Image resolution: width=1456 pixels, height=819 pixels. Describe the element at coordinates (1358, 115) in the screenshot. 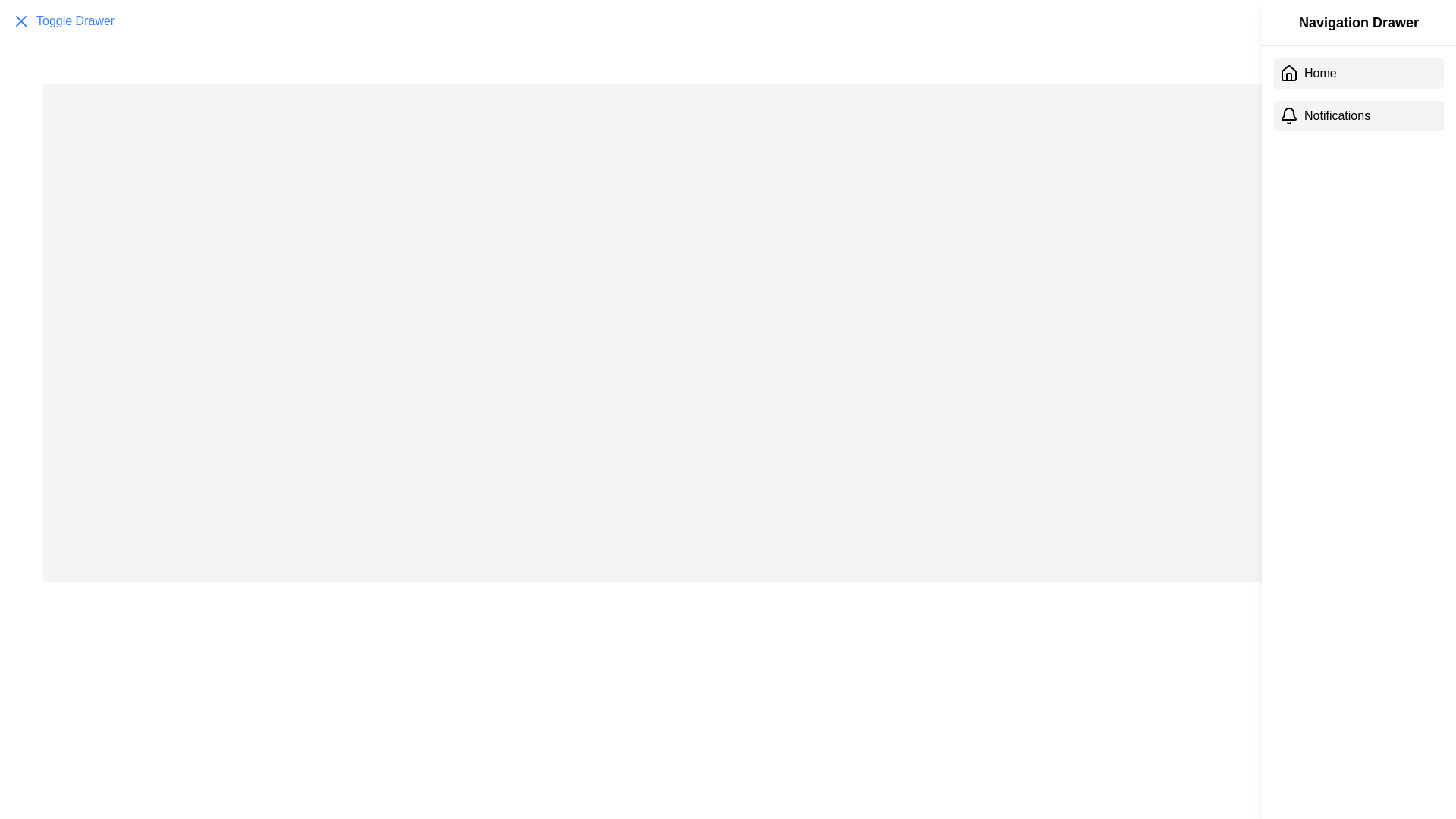

I see `the 'Notifications' button, which is a rectangular button with rounded corners, light gray background, and a bell icon to its left, located in the vertical navigation drawer after the 'Home' button` at that location.